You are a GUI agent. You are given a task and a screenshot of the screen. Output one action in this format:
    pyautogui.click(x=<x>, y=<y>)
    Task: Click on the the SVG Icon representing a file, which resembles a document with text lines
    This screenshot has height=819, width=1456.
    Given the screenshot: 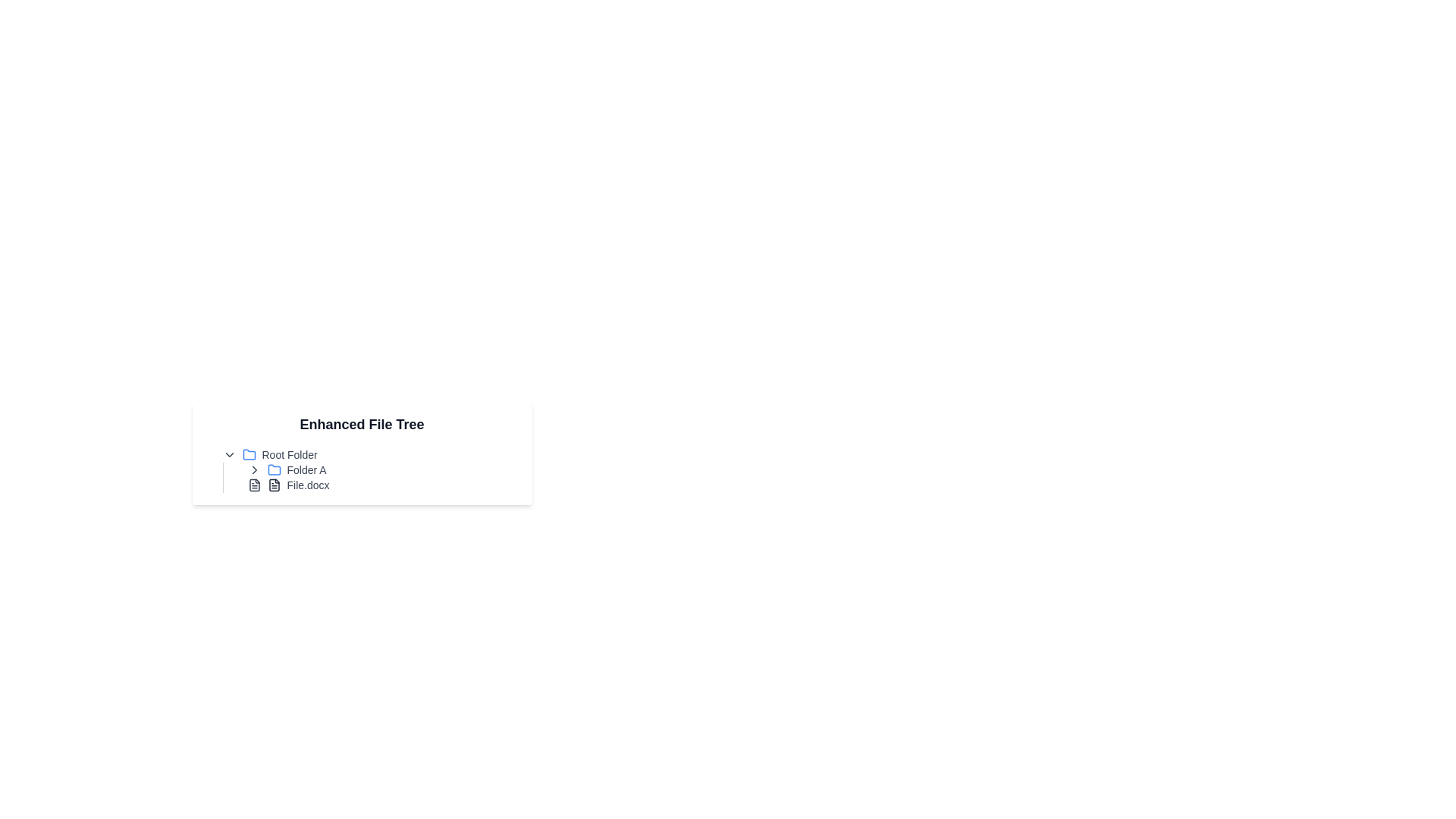 What is the action you would take?
    pyautogui.click(x=254, y=485)
    